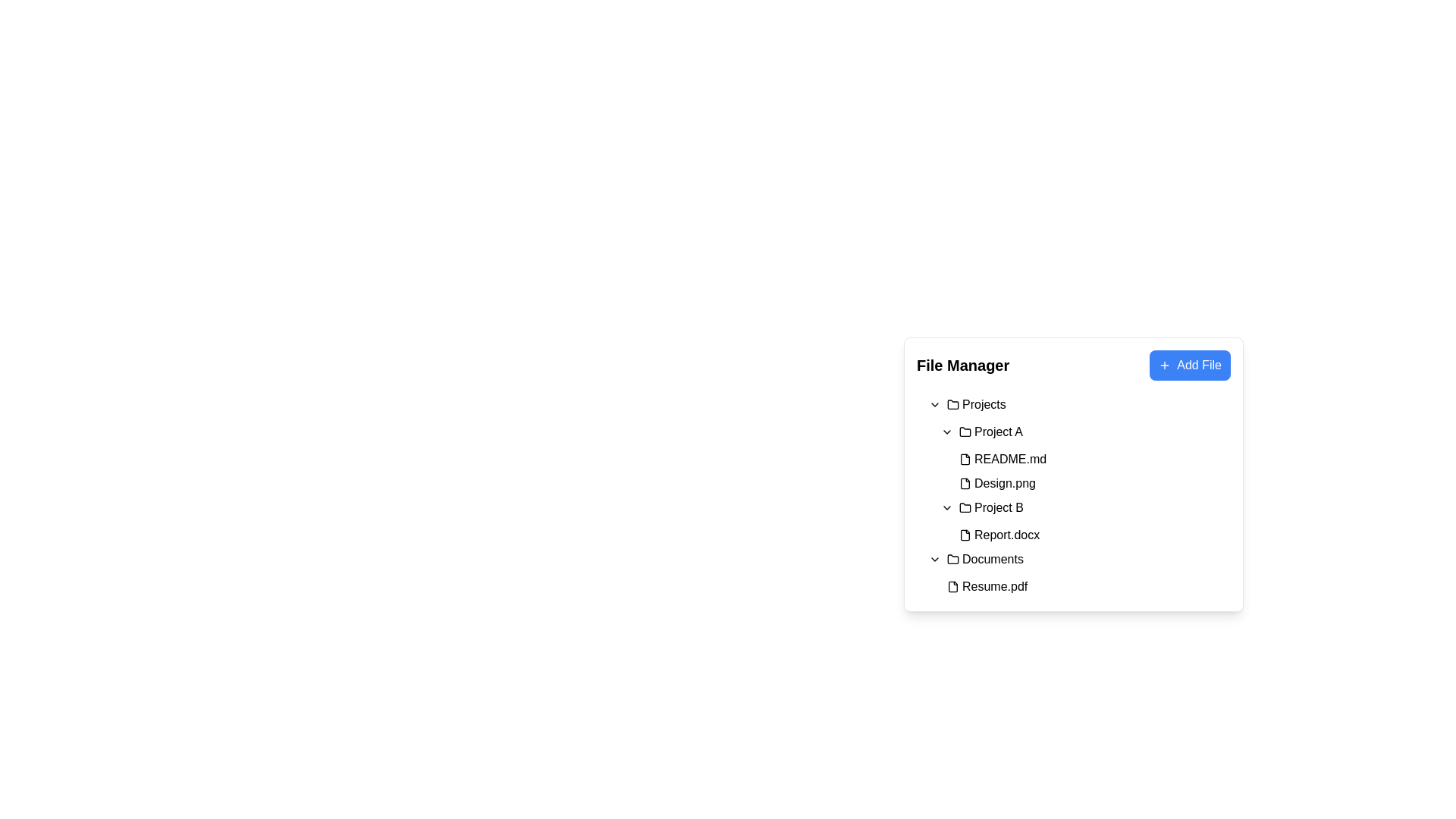 This screenshot has width=1456, height=819. I want to click on the folder icon representing 'Project B', so click(964, 507).